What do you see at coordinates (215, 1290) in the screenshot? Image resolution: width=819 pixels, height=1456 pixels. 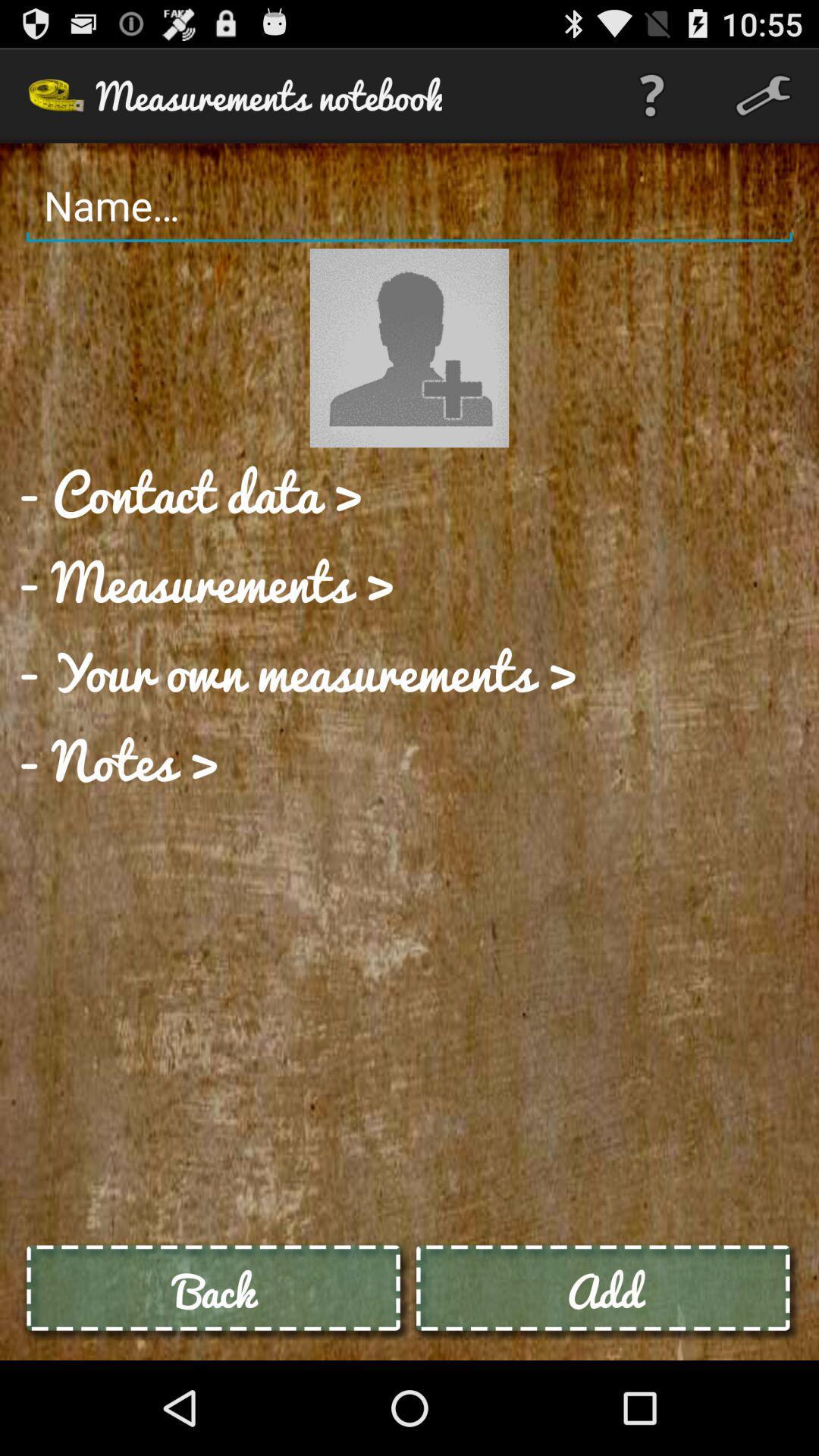 I see `the back button` at bounding box center [215, 1290].